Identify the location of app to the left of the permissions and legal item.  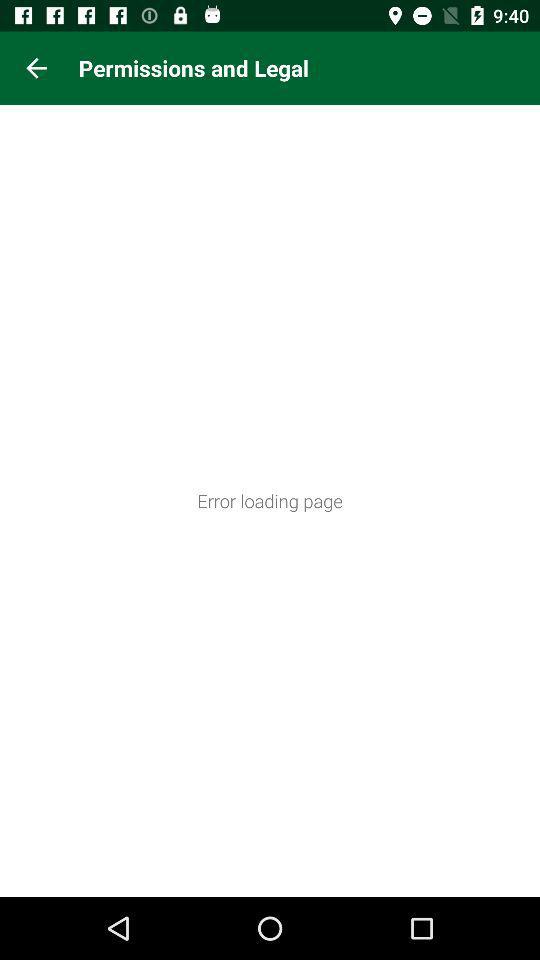
(36, 68).